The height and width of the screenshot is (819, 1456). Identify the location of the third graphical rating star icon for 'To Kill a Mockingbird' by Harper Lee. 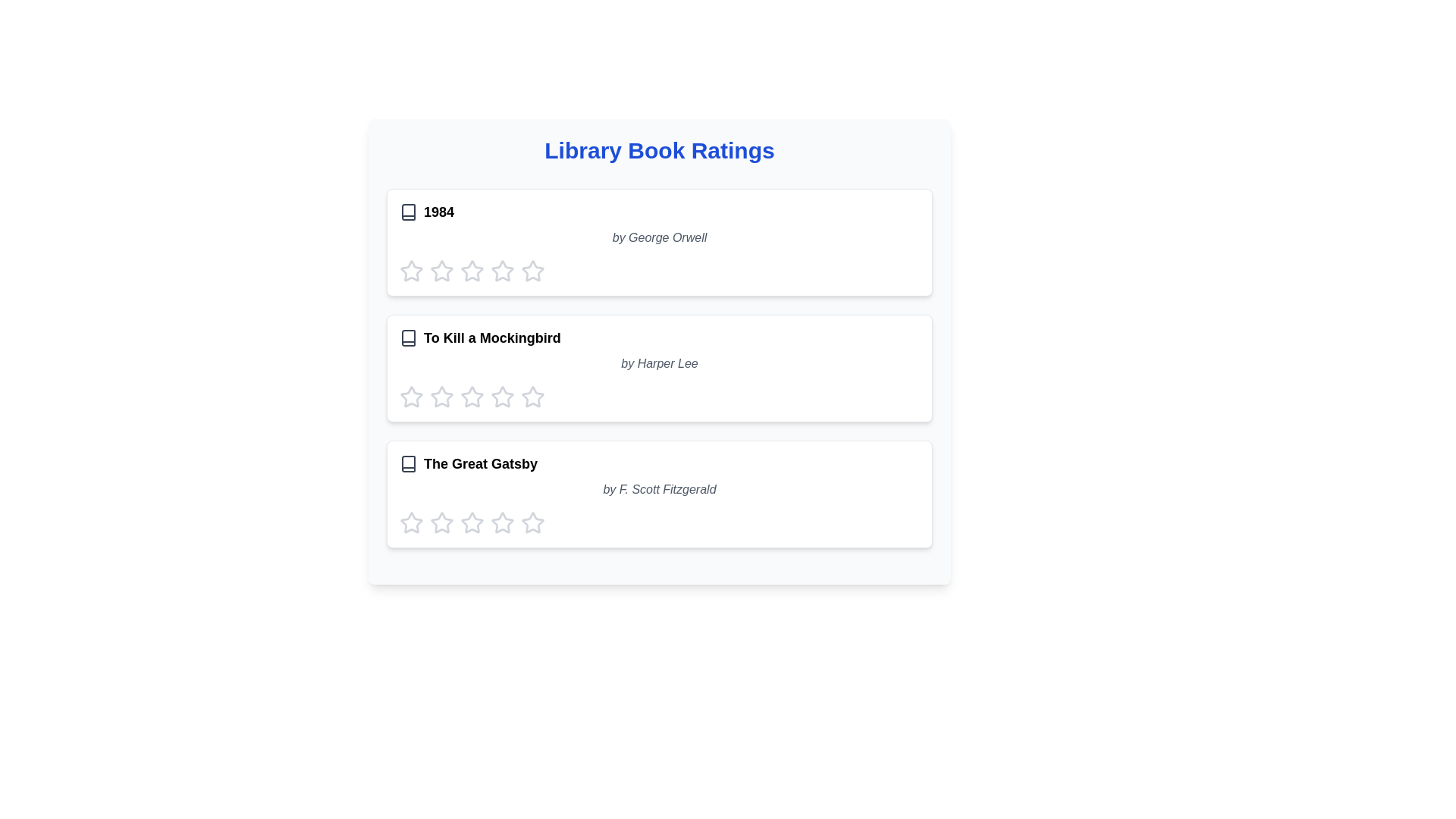
(502, 396).